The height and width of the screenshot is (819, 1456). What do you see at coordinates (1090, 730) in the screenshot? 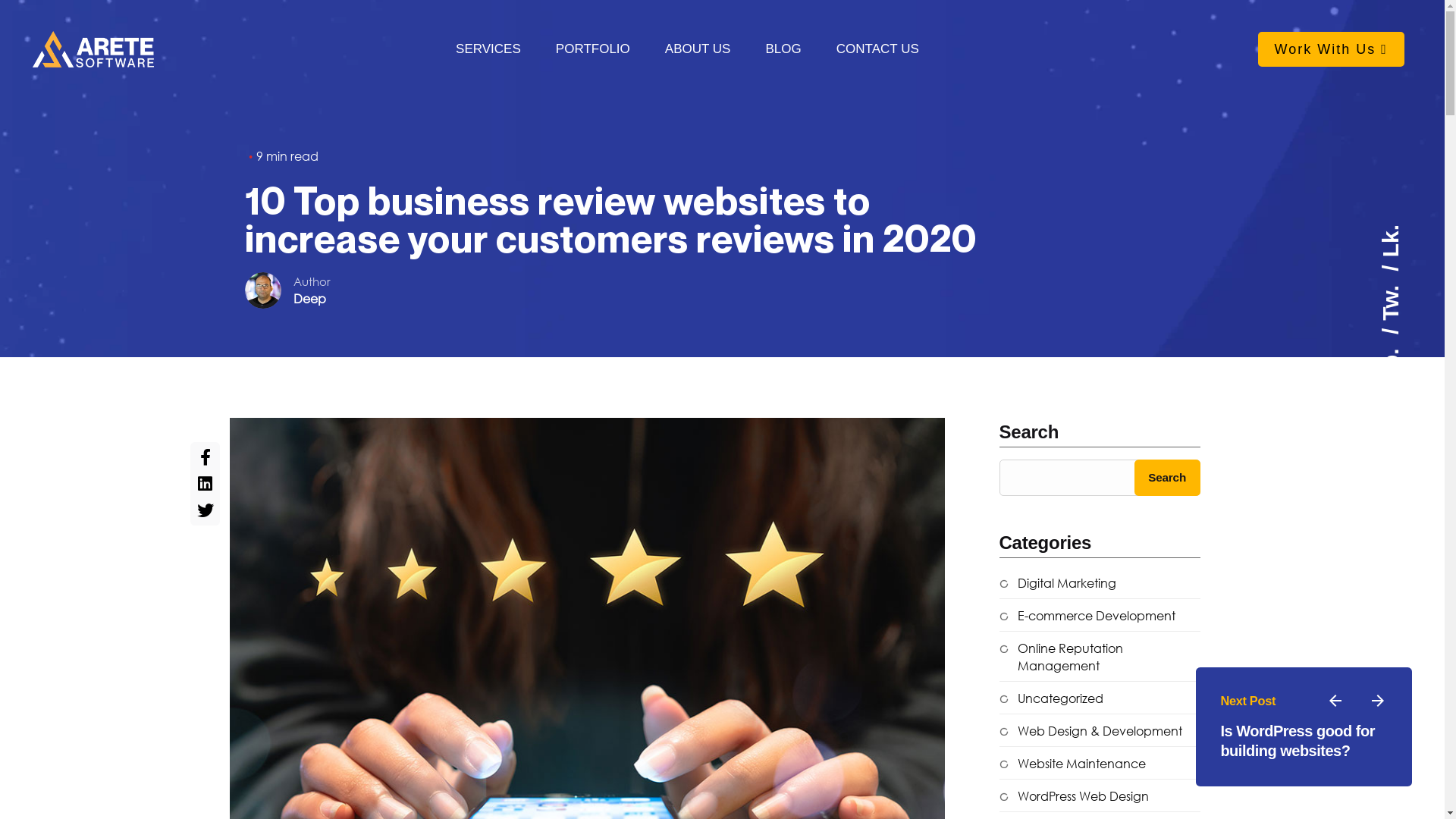
I see `'Web Design & Development'` at bounding box center [1090, 730].